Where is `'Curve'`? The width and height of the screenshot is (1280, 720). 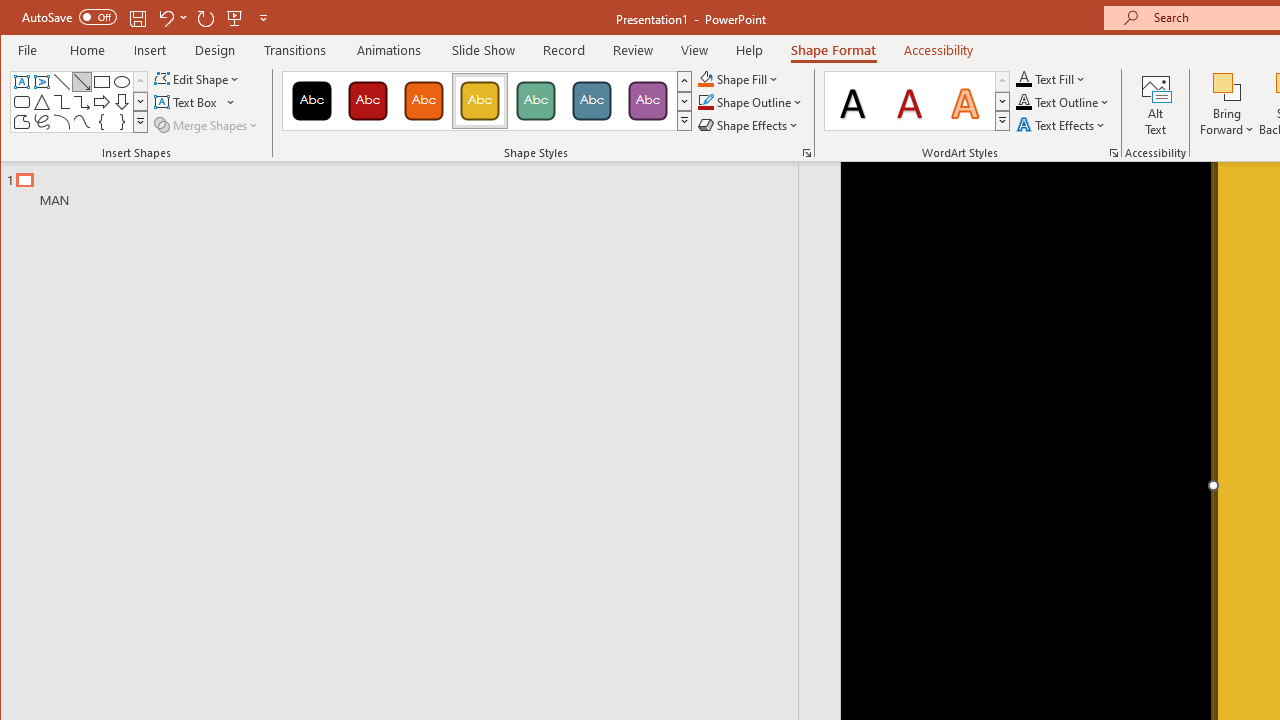
'Curve' is located at coordinates (80, 122).